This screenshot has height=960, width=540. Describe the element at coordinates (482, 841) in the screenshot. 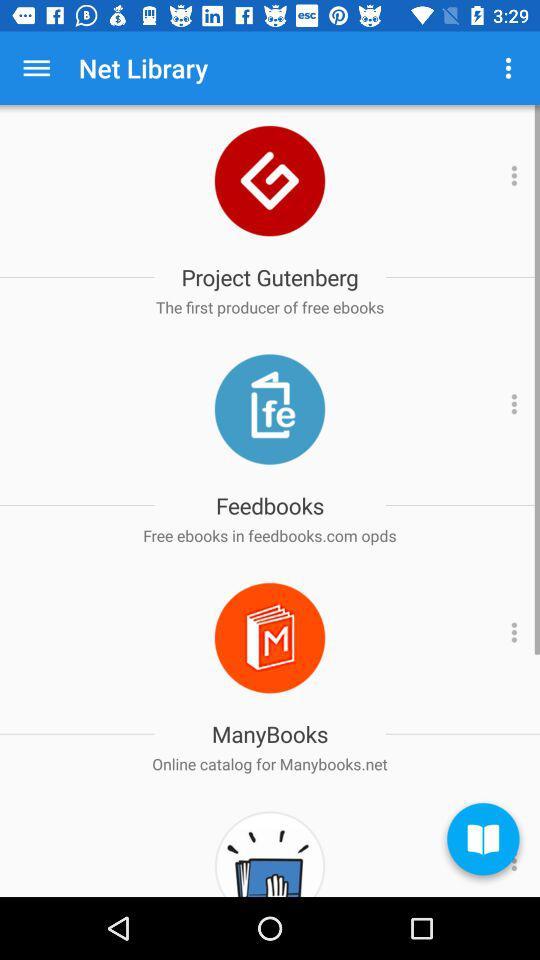

I see `the book icon` at that location.